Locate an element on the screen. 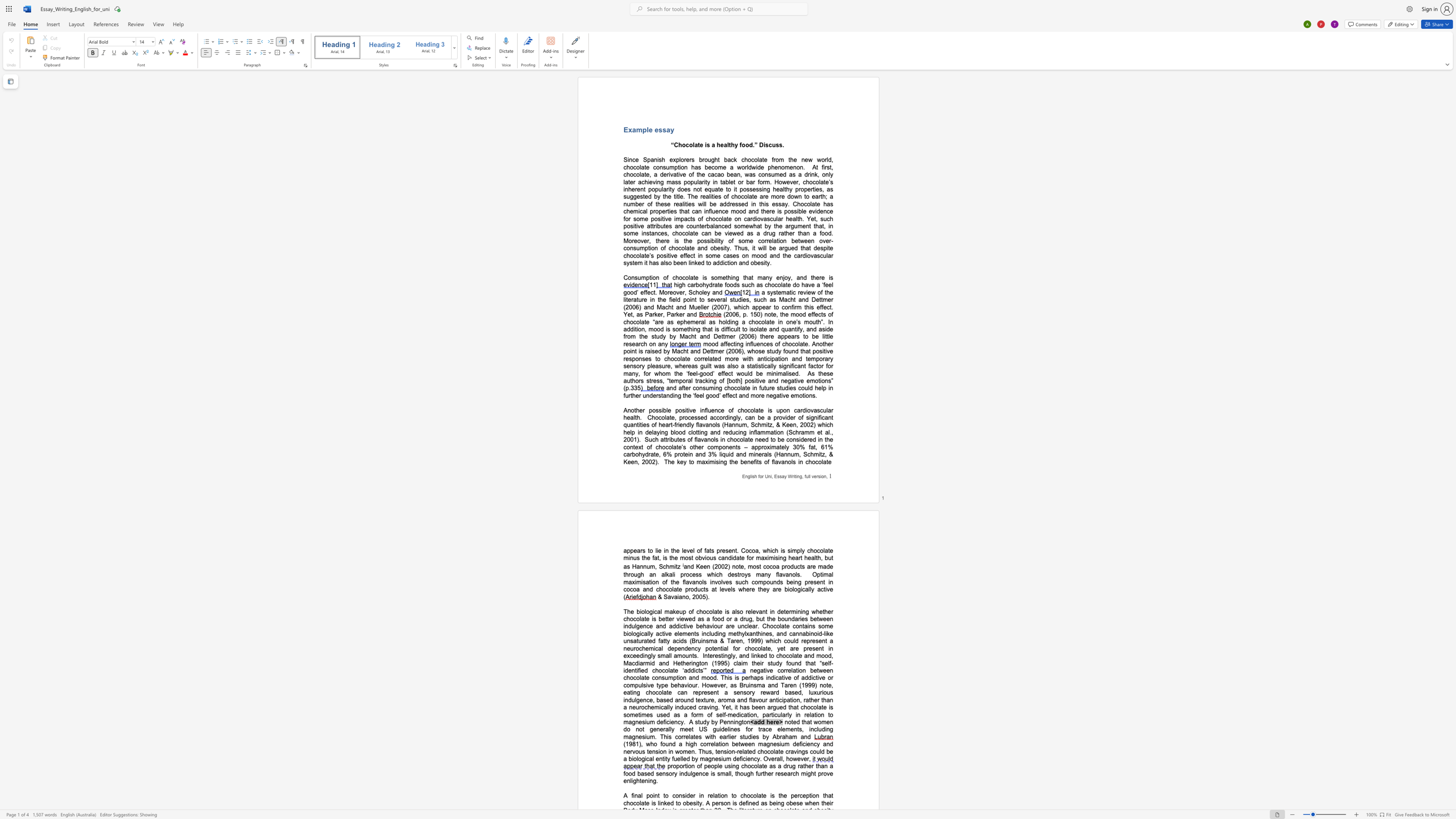  the space between the continuous character "h" and "a" in the text is located at coordinates (757, 226).